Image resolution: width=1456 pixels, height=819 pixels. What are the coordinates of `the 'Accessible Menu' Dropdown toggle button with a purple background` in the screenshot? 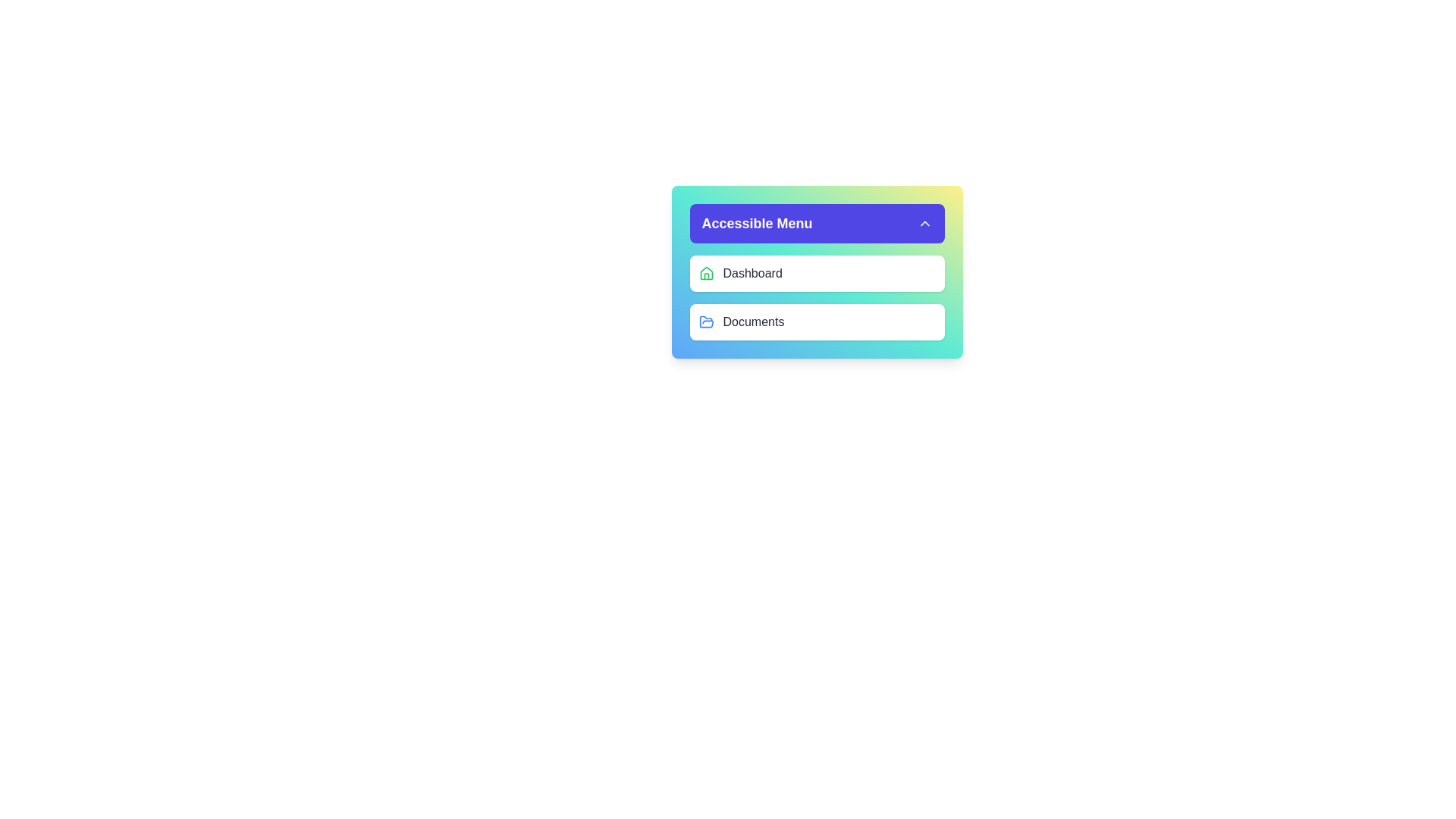 It's located at (816, 223).